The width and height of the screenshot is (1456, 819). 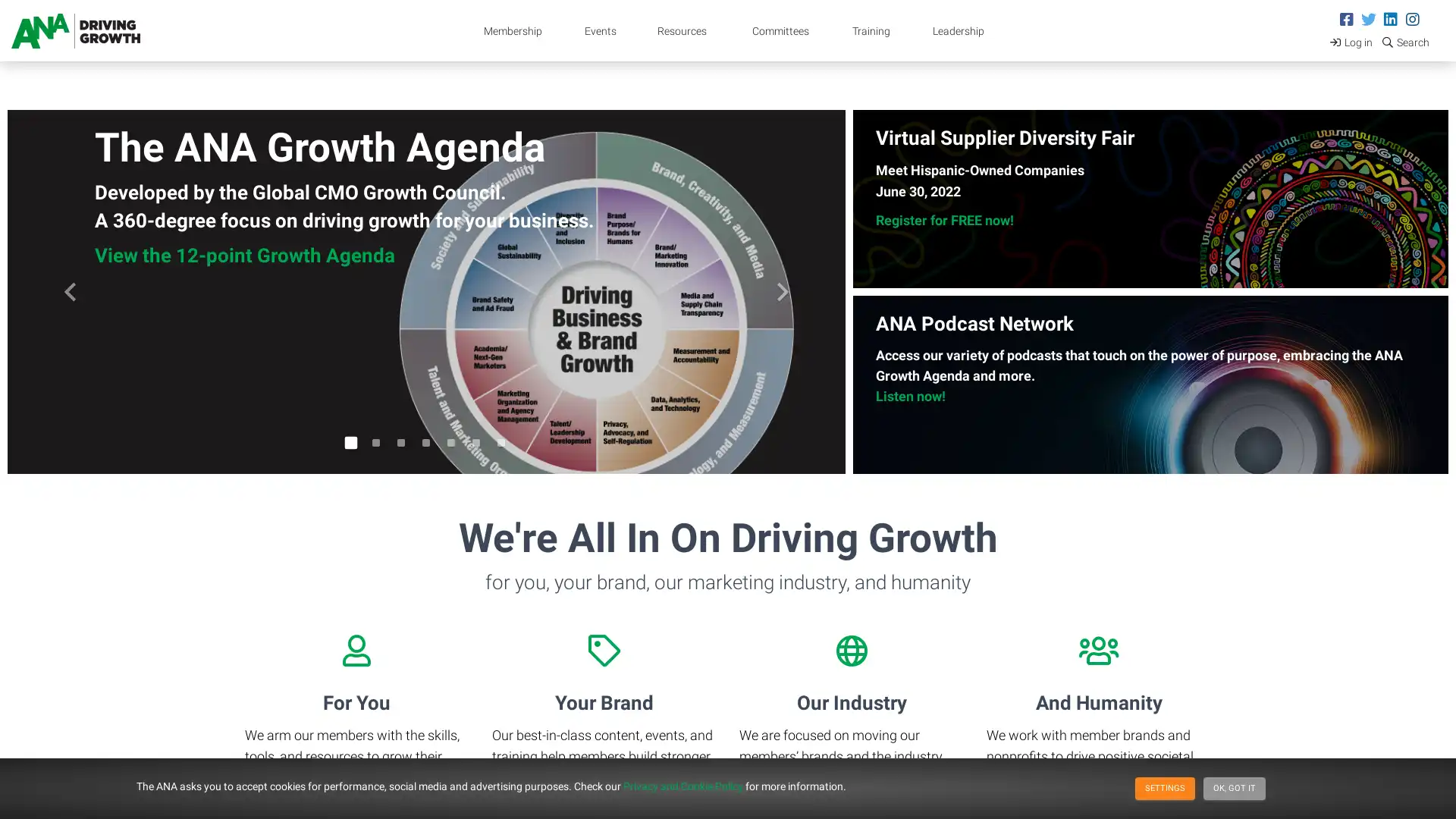 What do you see at coordinates (69, 292) in the screenshot?
I see `keyboard_arrow_left Previous` at bounding box center [69, 292].